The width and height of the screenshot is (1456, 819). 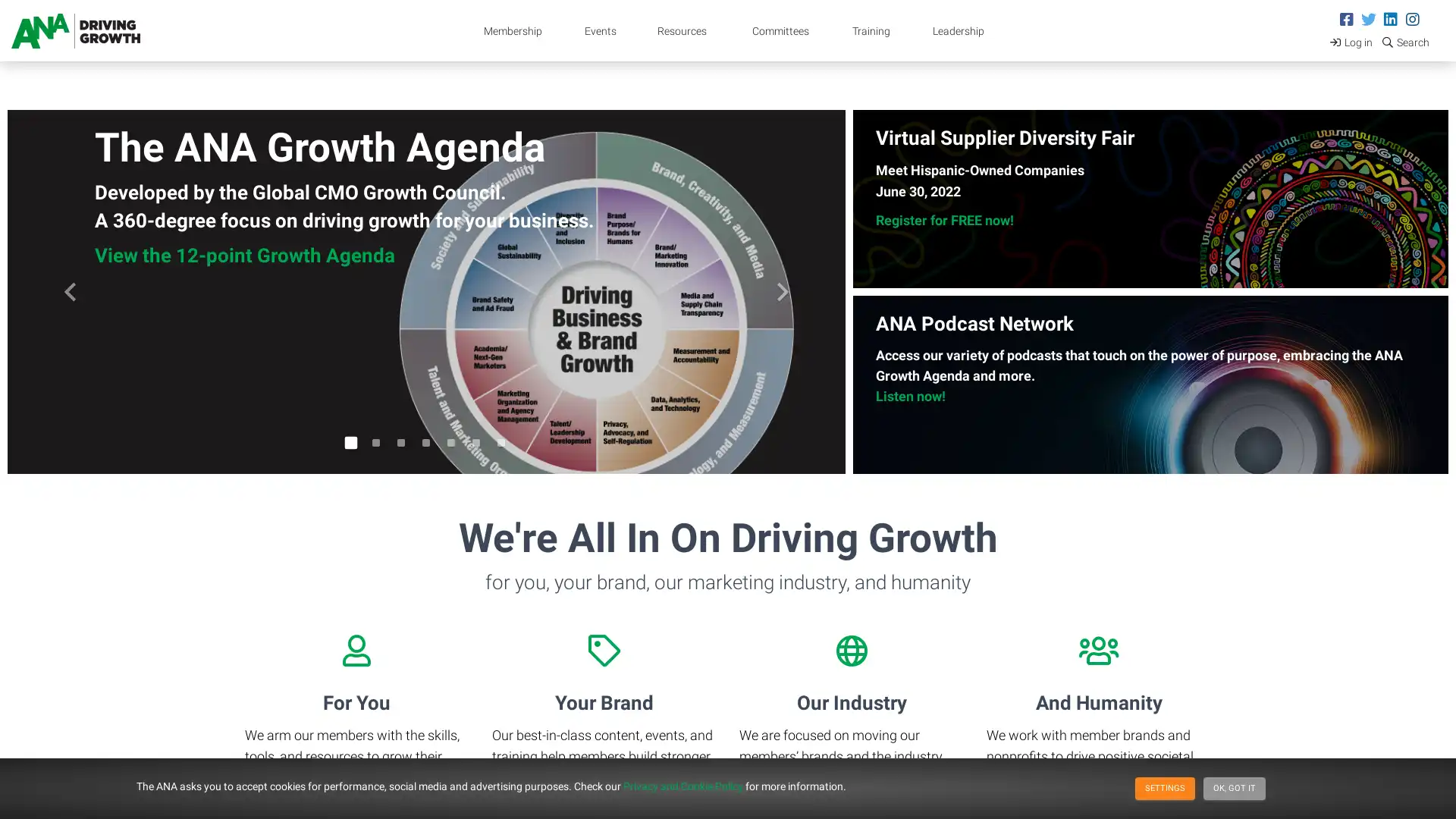 What do you see at coordinates (69, 292) in the screenshot?
I see `keyboard_arrow_left Previous` at bounding box center [69, 292].